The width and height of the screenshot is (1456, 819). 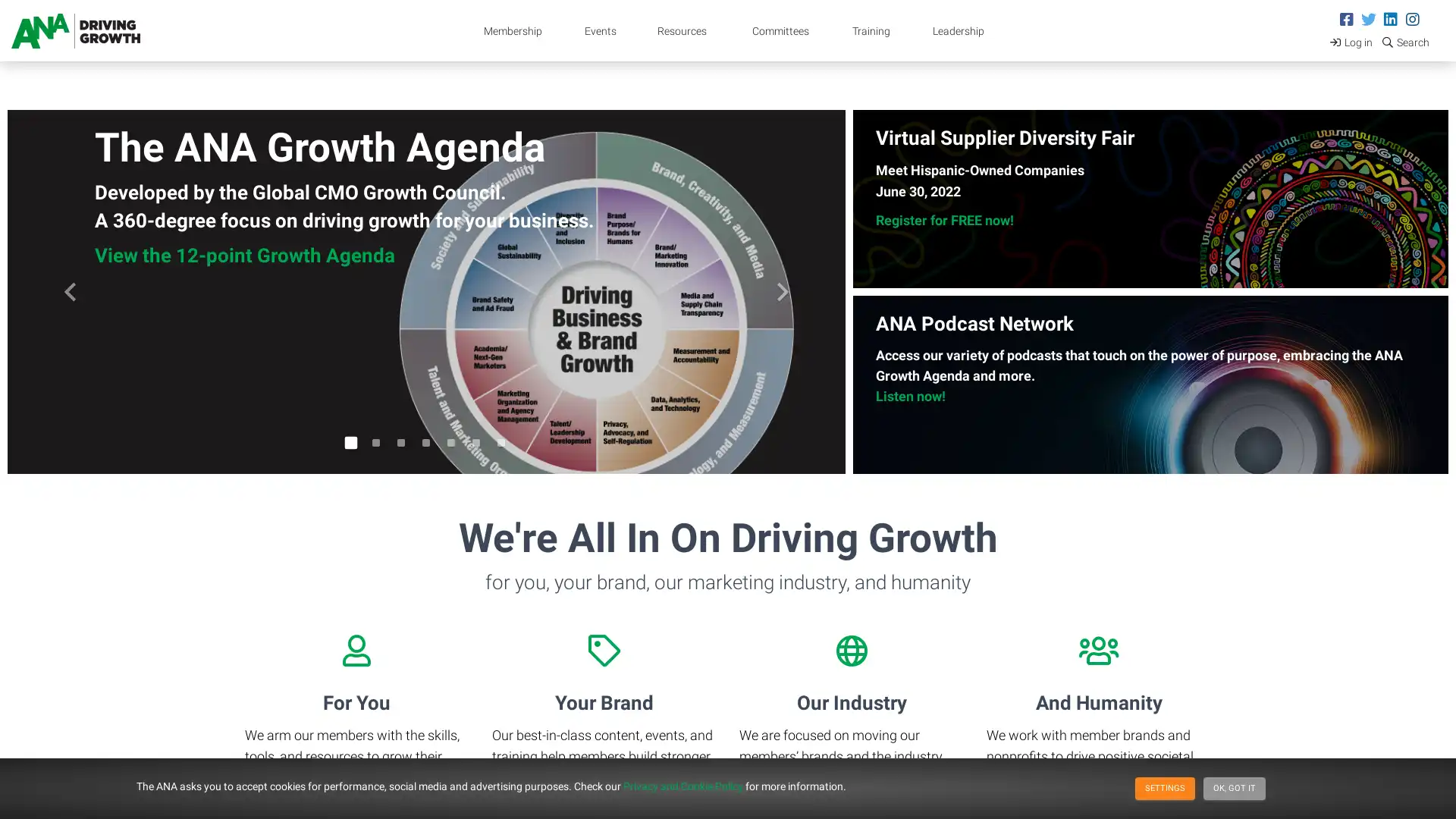 What do you see at coordinates (69, 292) in the screenshot?
I see `keyboard_arrow_left Previous` at bounding box center [69, 292].